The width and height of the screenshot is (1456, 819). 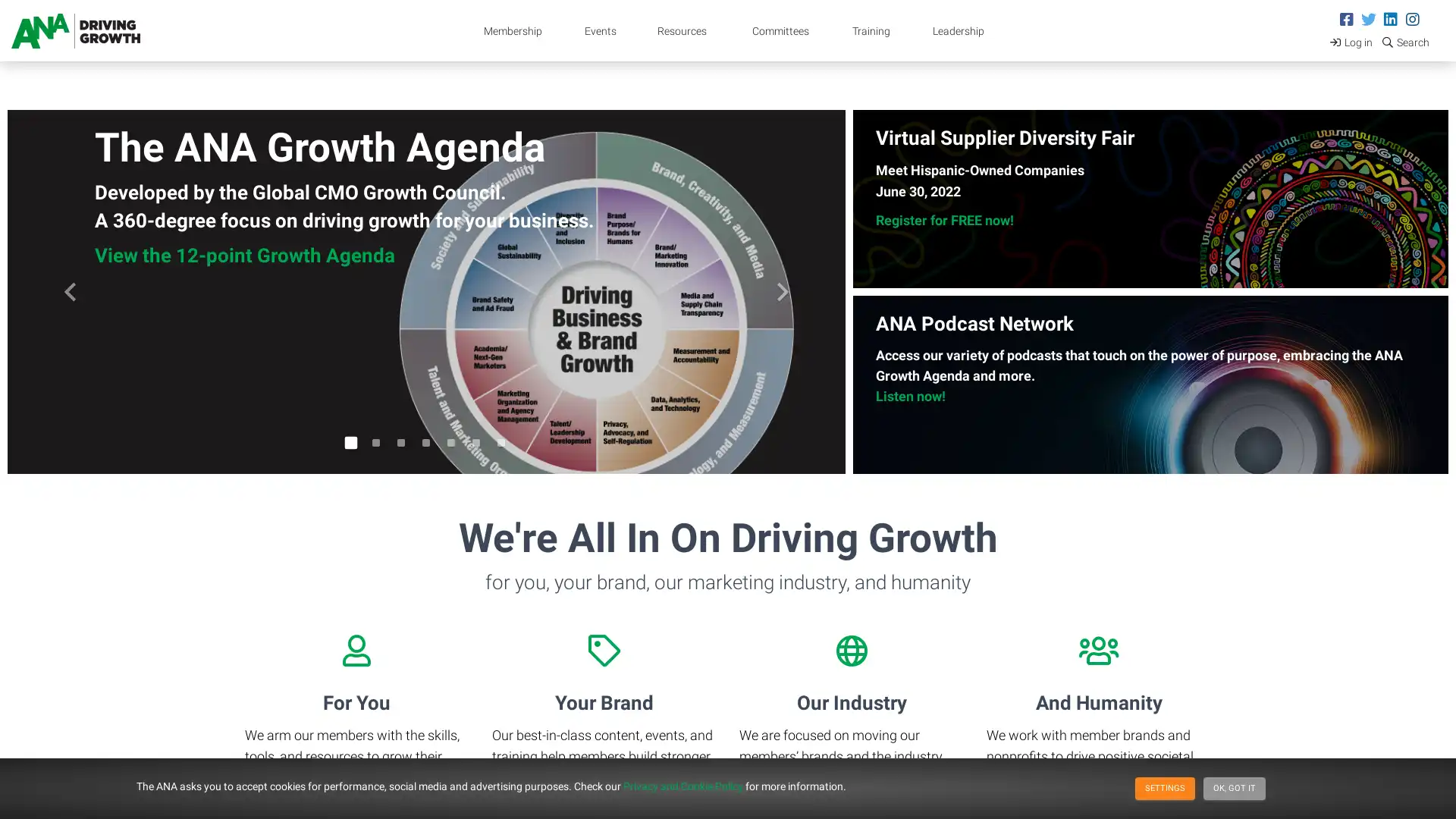 What do you see at coordinates (69, 292) in the screenshot?
I see `keyboard_arrow_left Previous` at bounding box center [69, 292].